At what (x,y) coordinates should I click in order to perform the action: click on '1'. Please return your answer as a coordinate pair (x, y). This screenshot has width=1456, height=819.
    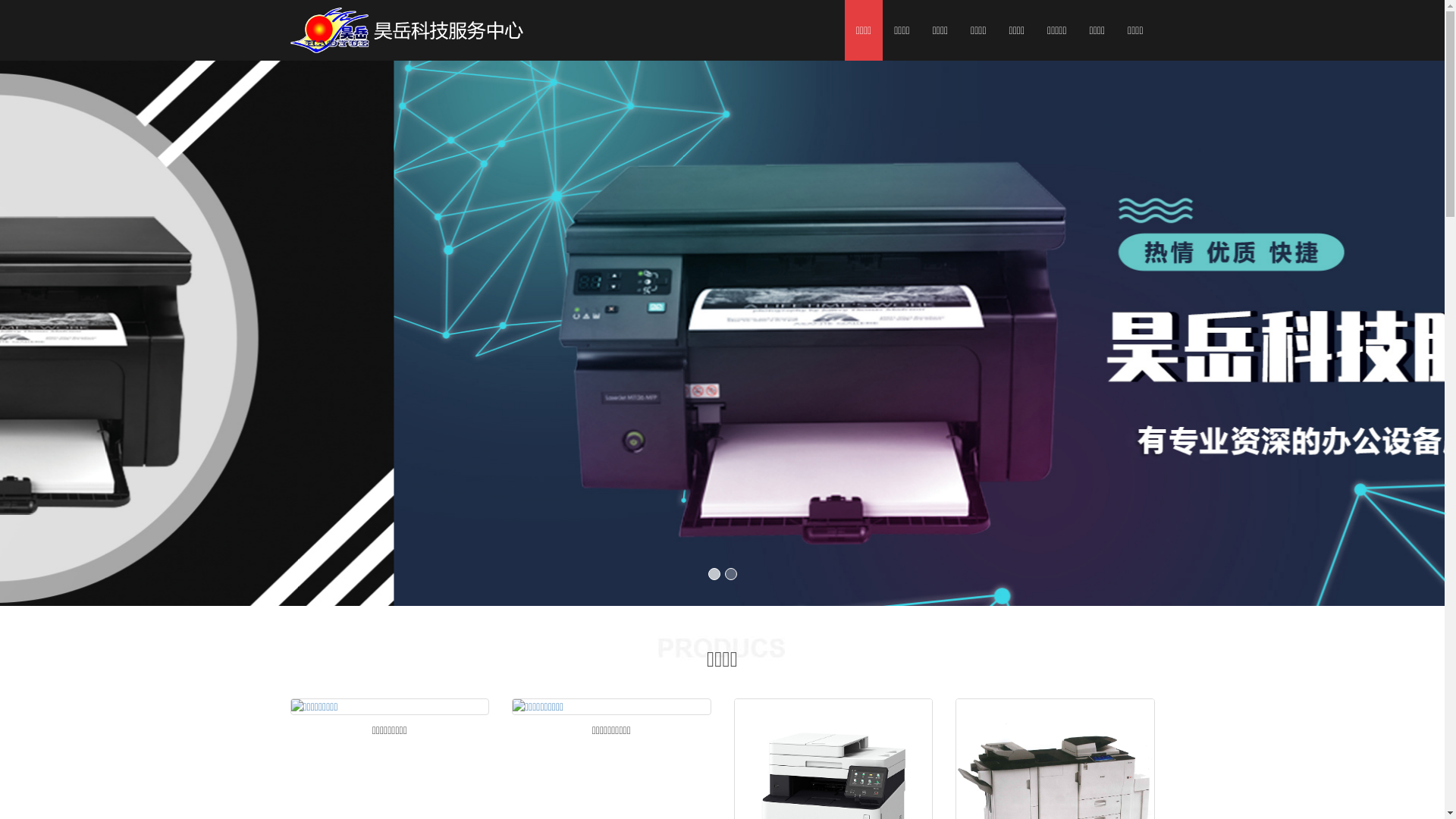
    Looking at the image, I should click on (708, 573).